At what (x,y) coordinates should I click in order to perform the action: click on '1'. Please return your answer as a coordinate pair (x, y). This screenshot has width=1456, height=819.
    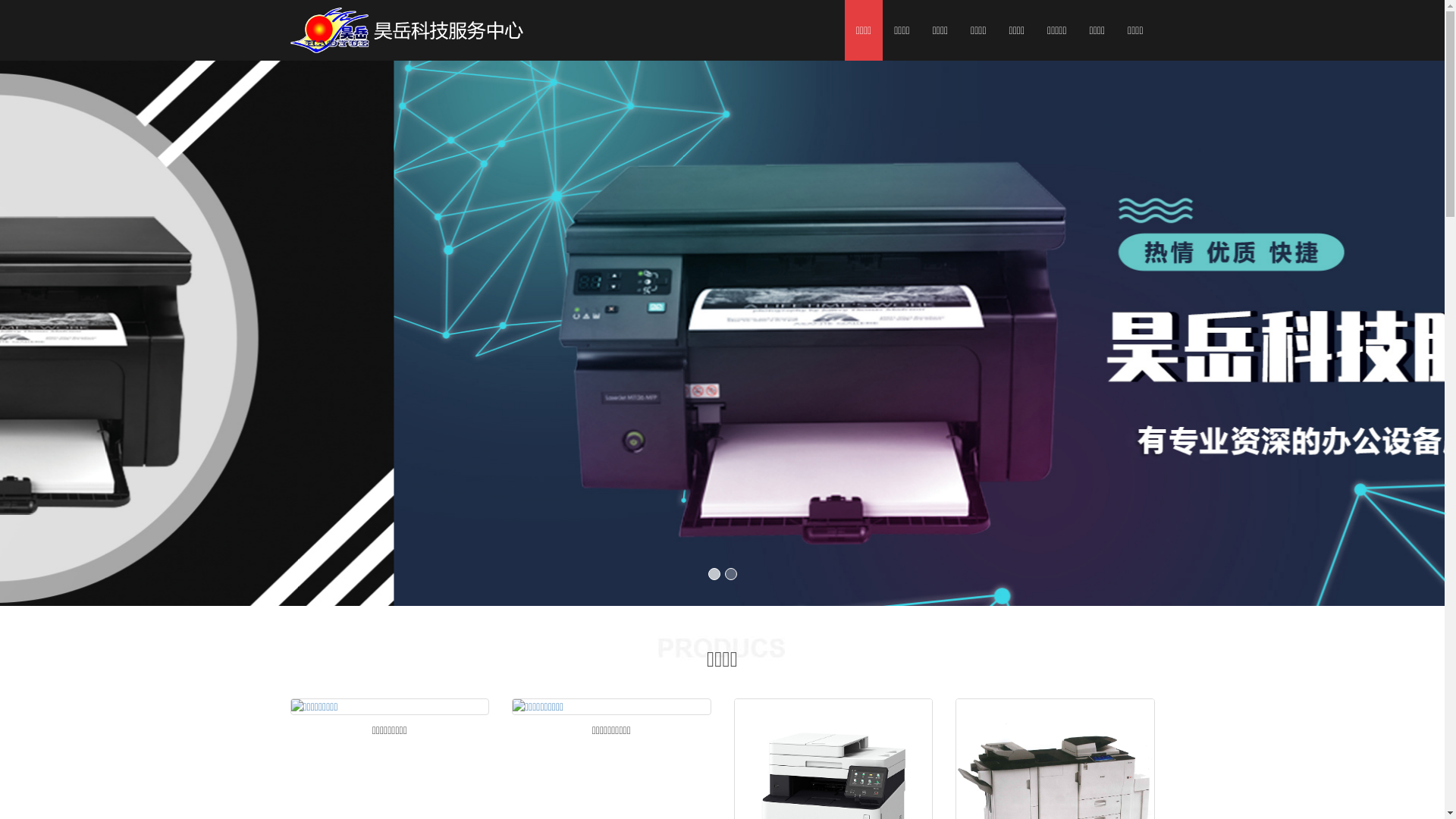
    Looking at the image, I should click on (708, 573).